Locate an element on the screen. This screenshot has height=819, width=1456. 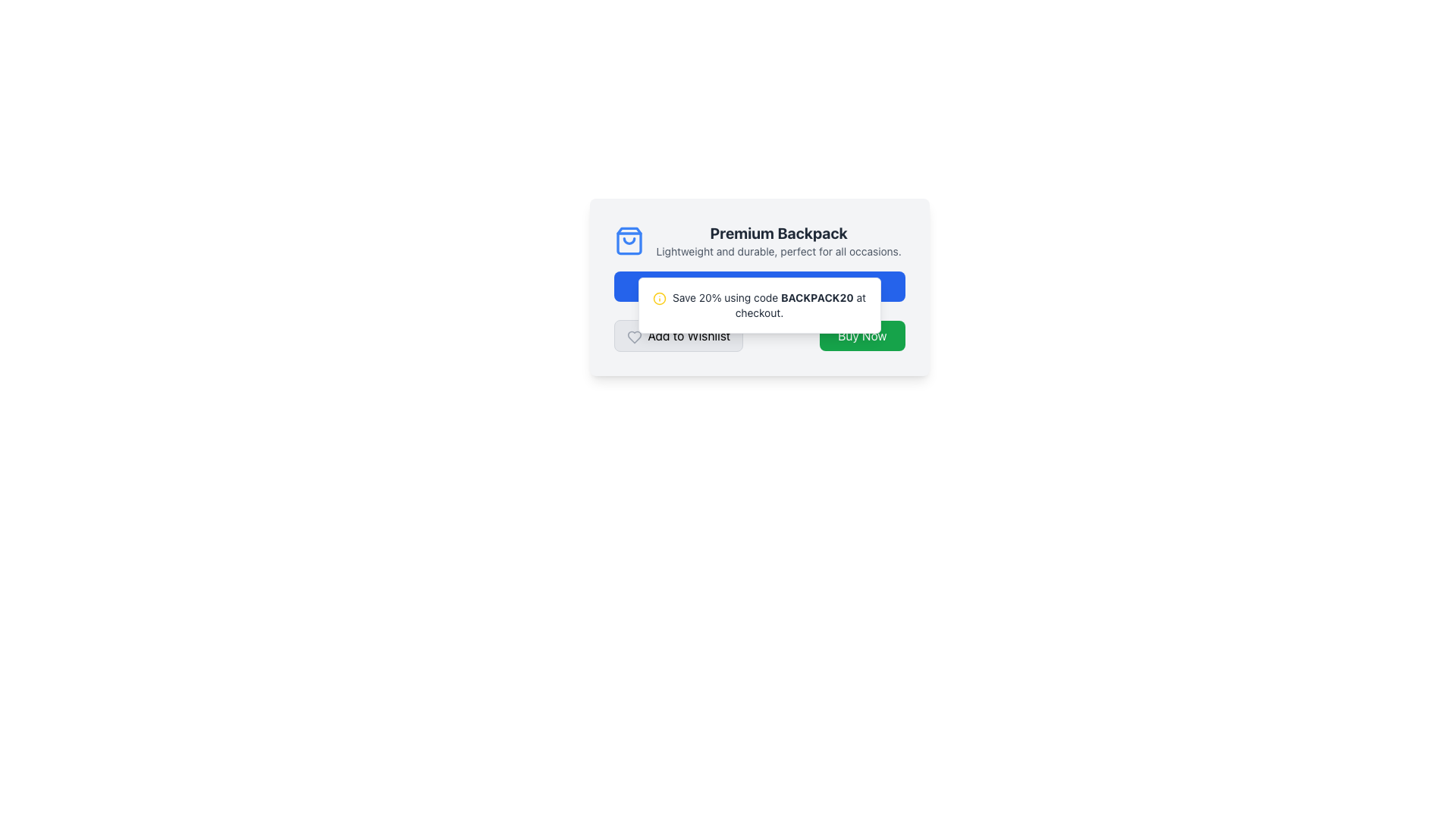
the heart-shaped icon located to the left of the 'Add to Wishlist' text, which visually reinforces the wishlist concept is located at coordinates (634, 336).